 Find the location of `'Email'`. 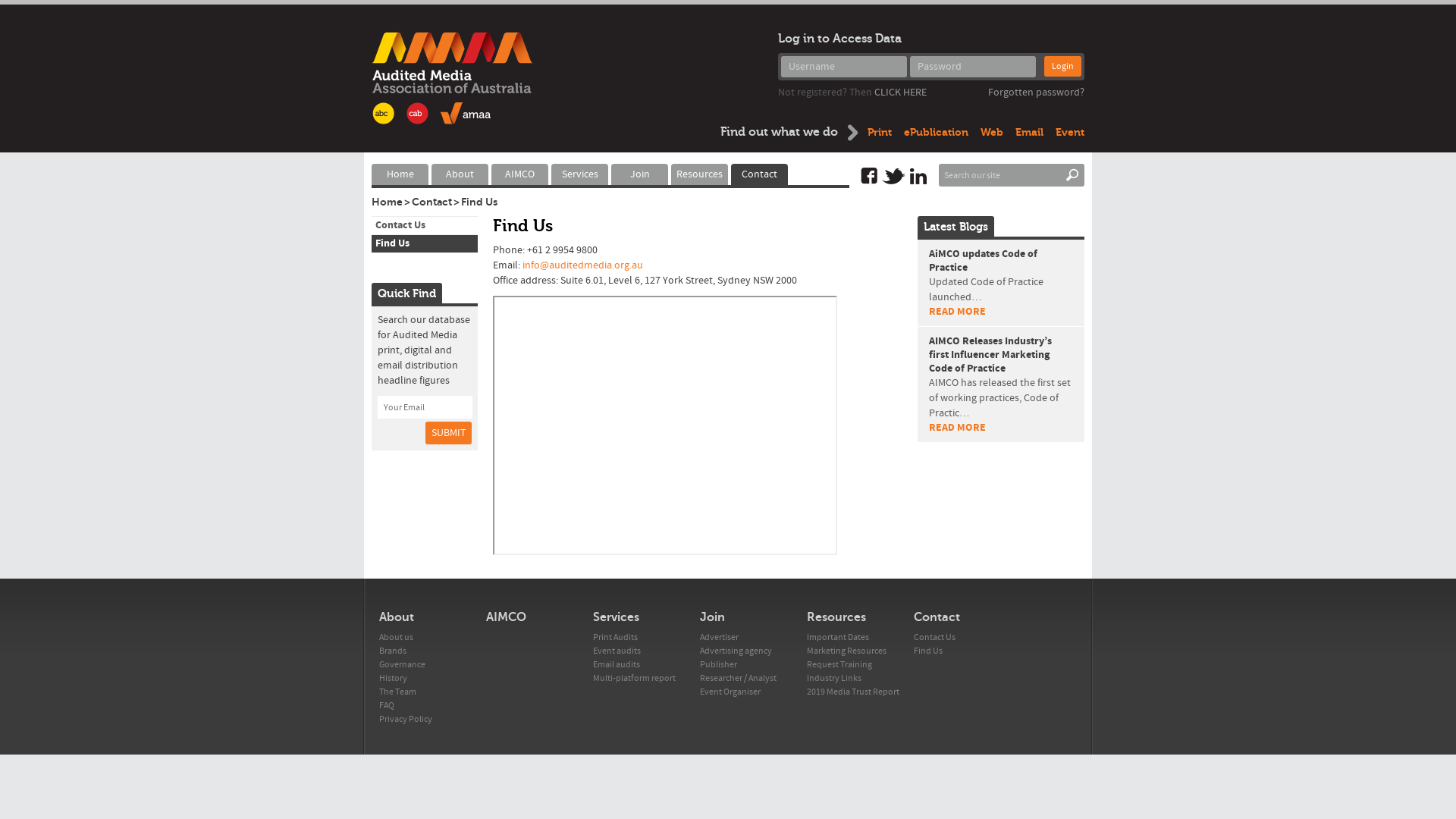

'Email' is located at coordinates (1015, 130).